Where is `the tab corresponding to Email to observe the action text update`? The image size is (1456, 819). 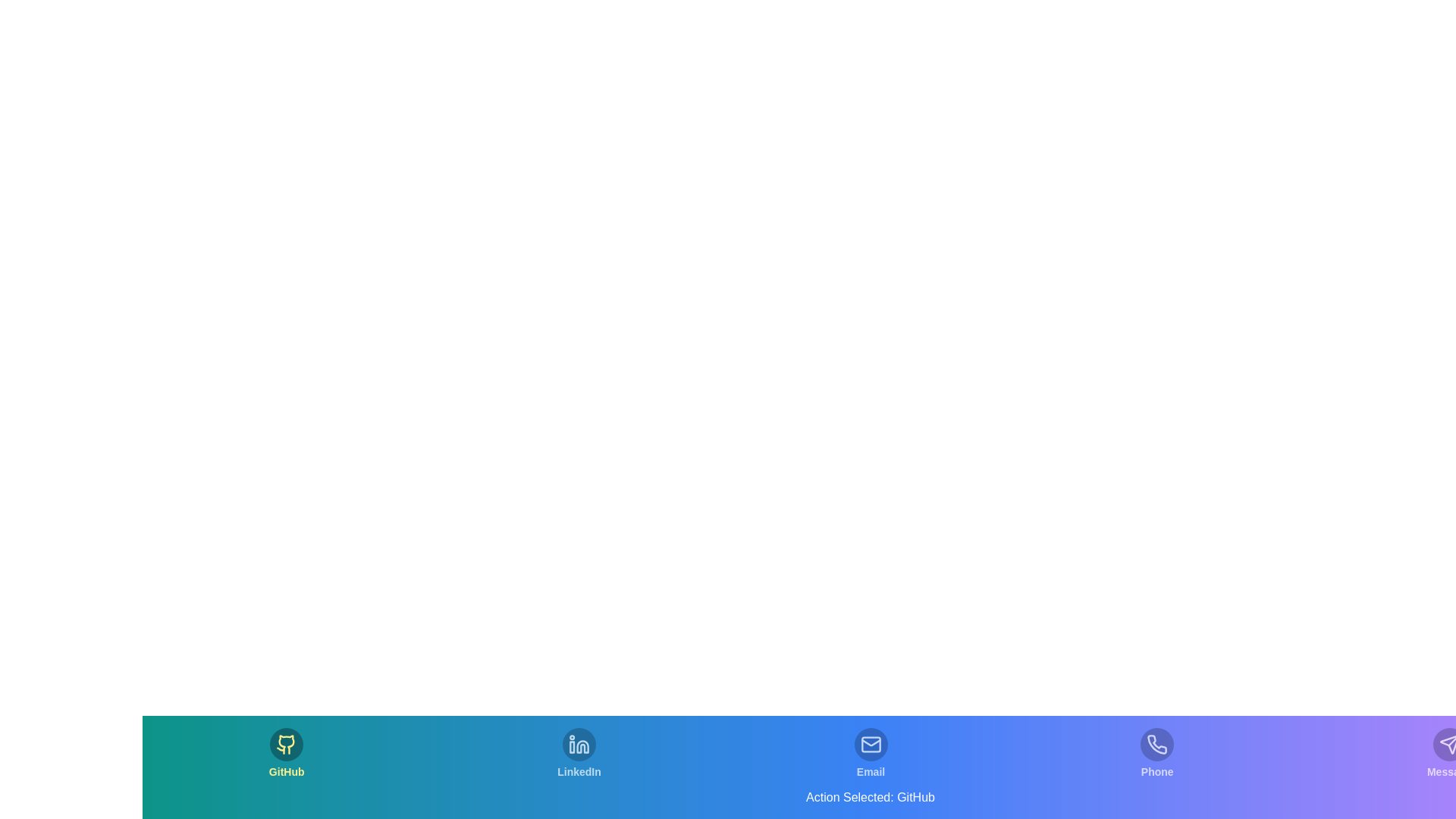
the tab corresponding to Email to observe the action text update is located at coordinates (870, 754).